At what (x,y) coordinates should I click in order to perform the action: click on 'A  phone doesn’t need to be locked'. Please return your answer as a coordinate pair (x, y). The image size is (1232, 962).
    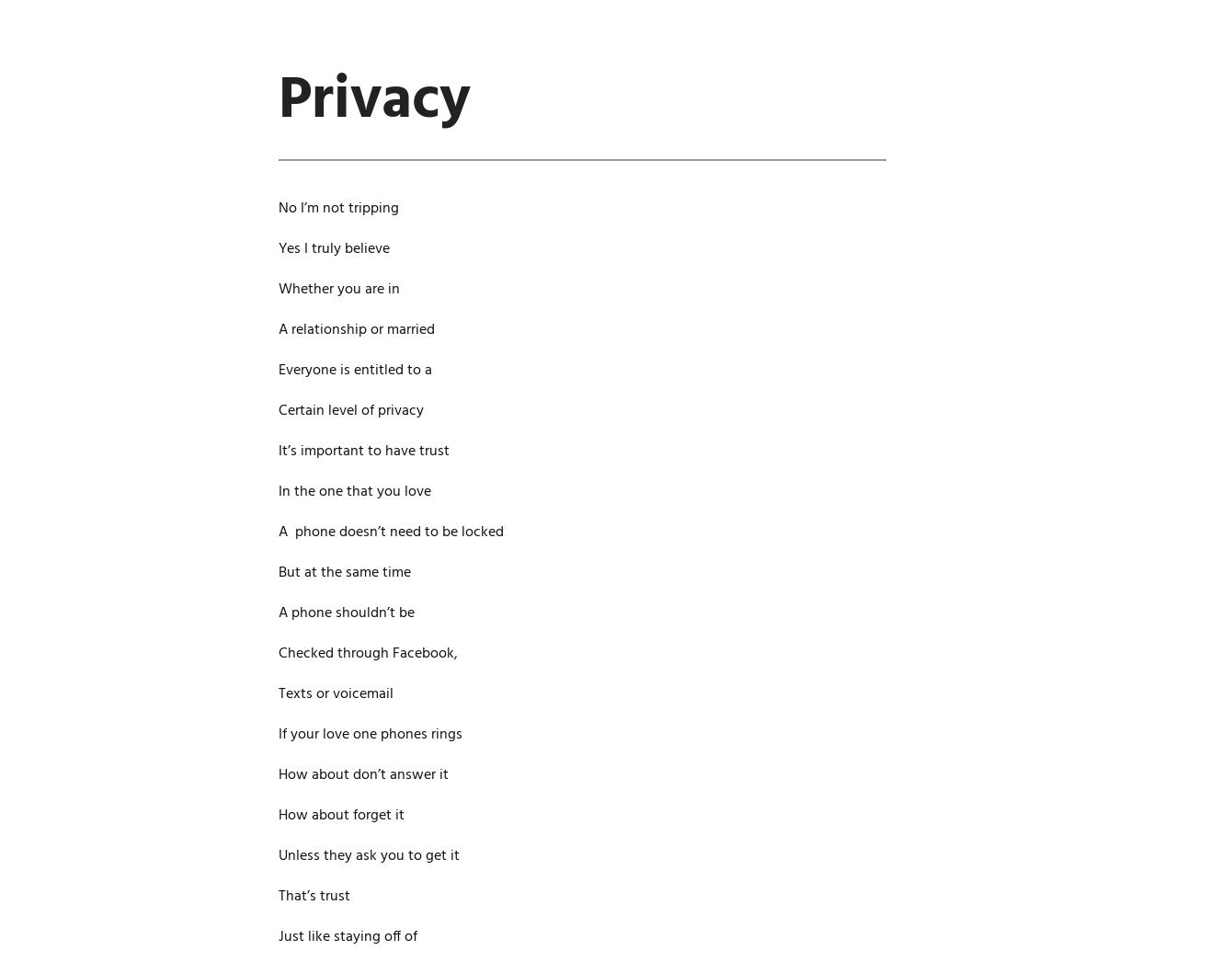
    Looking at the image, I should click on (390, 532).